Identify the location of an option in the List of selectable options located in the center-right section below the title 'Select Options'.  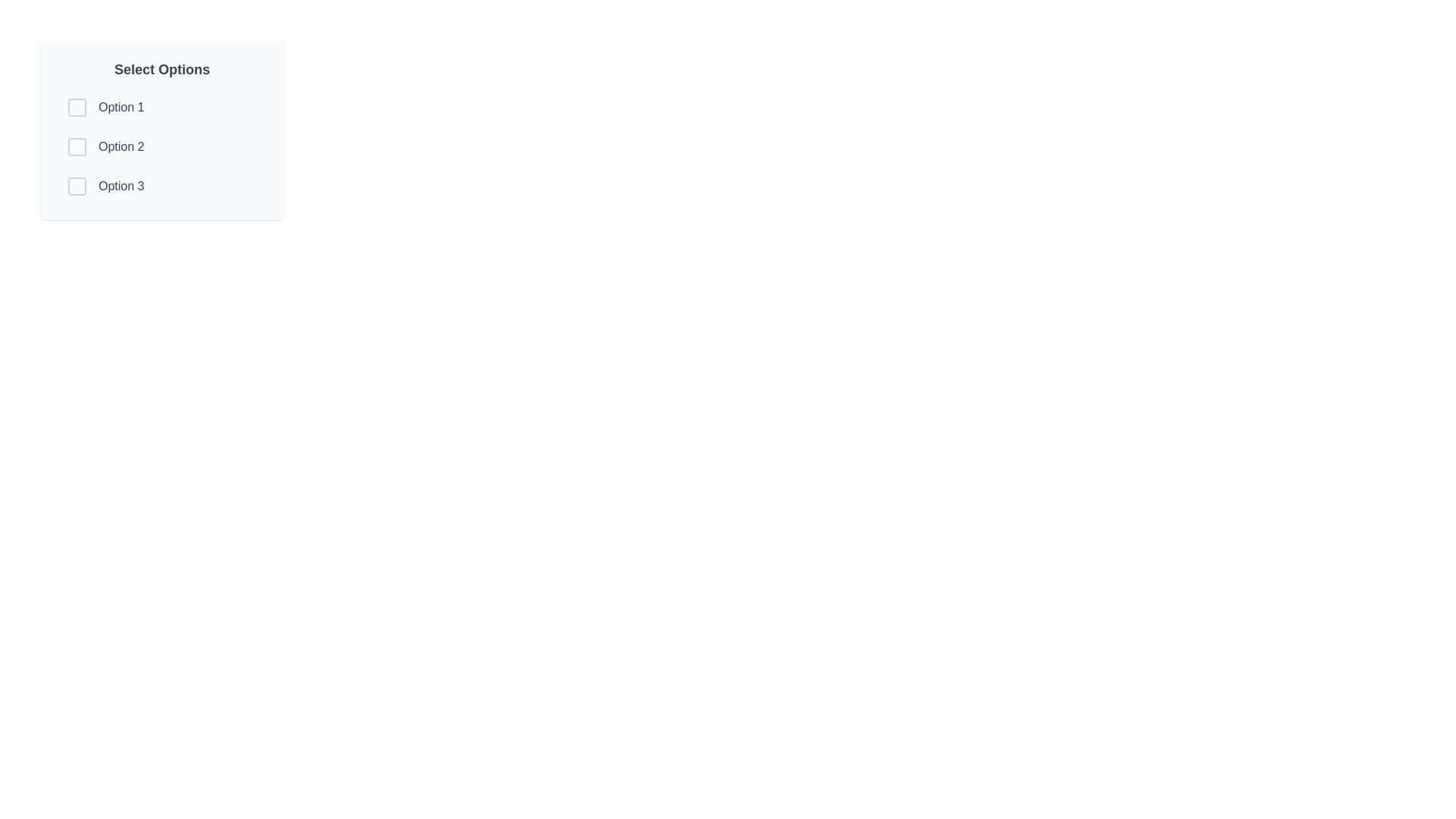
(162, 146).